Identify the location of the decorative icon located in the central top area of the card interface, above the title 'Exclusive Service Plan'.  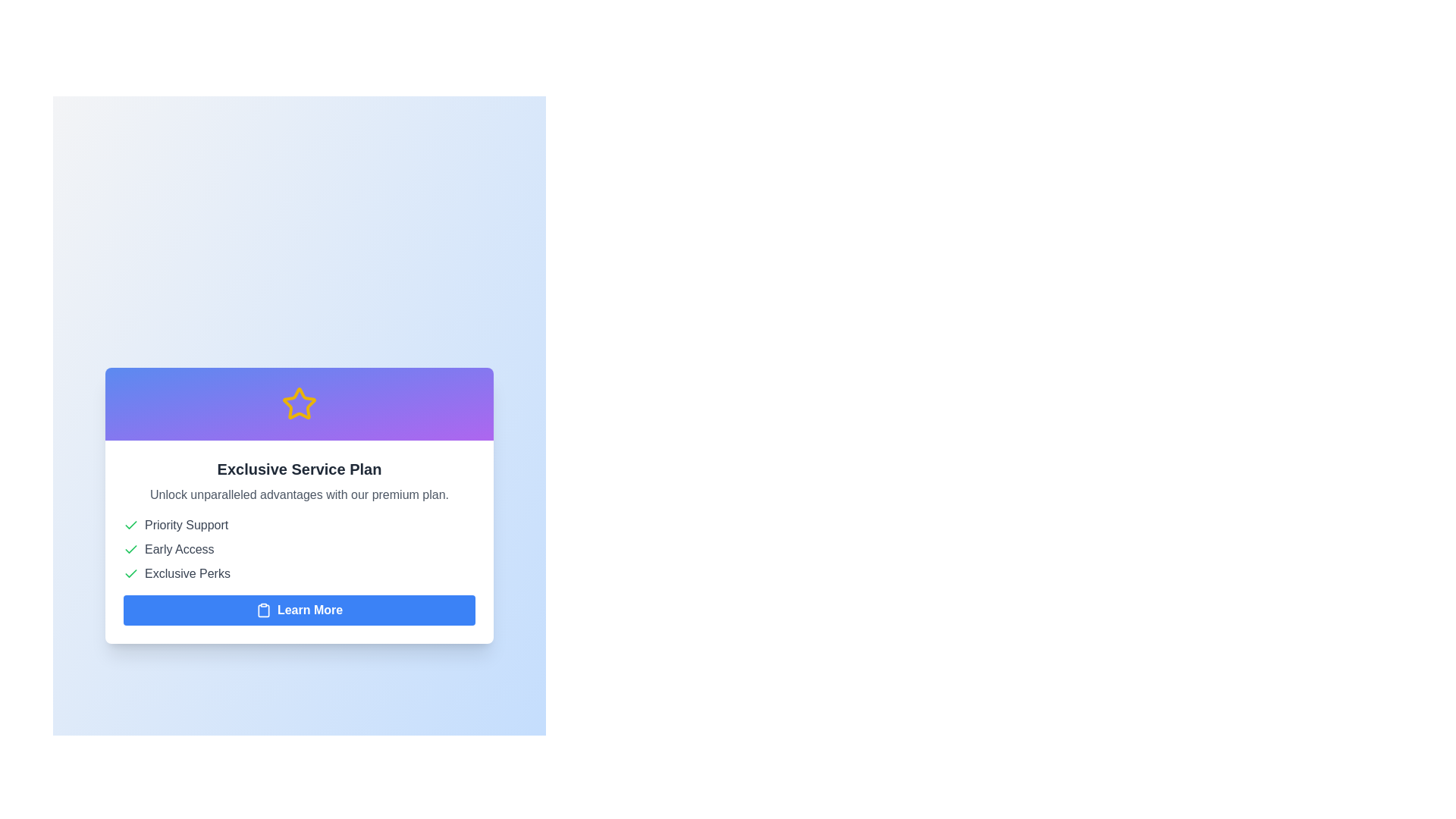
(299, 403).